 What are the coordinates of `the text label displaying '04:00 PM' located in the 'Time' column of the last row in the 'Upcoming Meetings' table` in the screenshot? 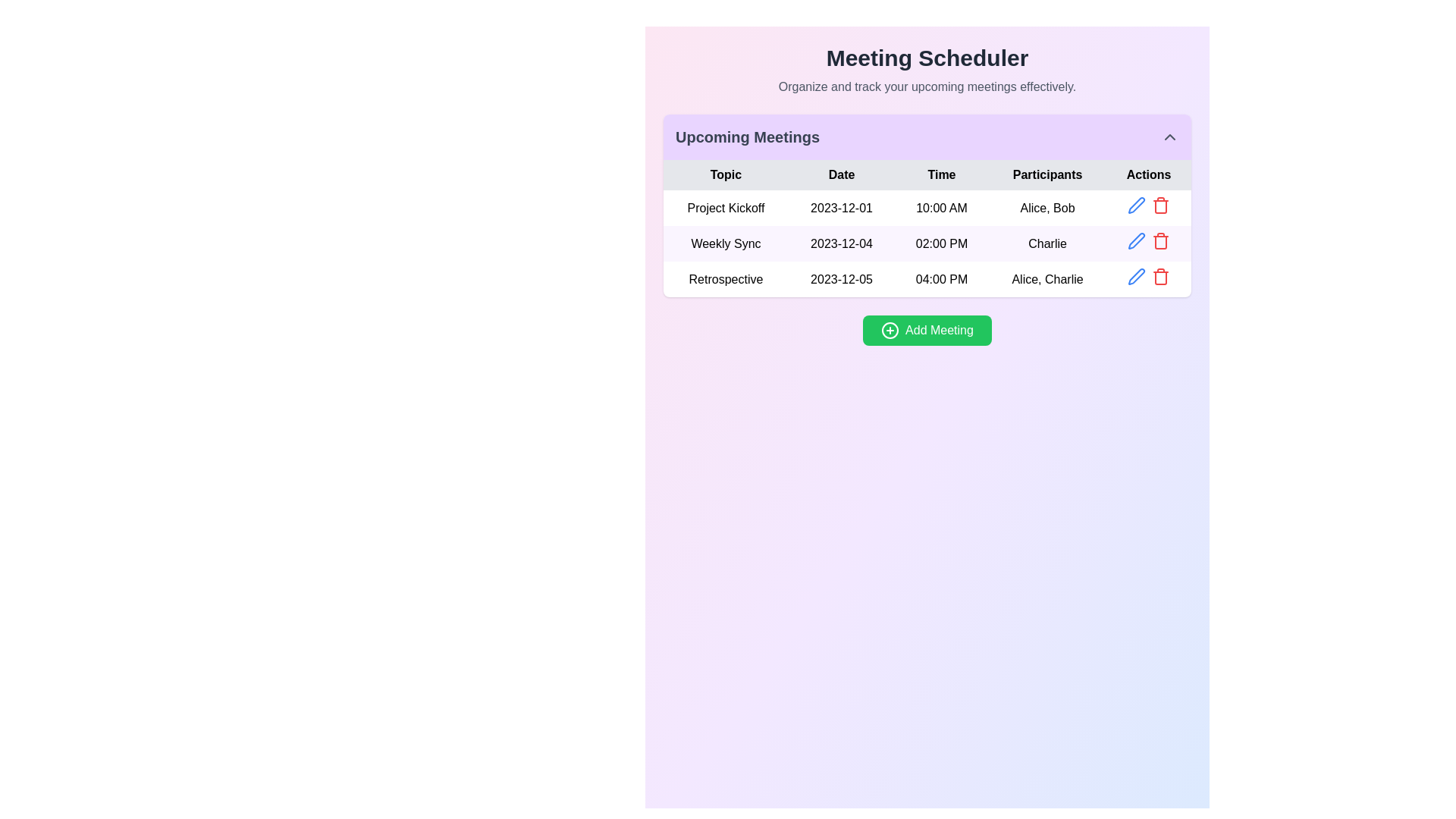 It's located at (941, 279).